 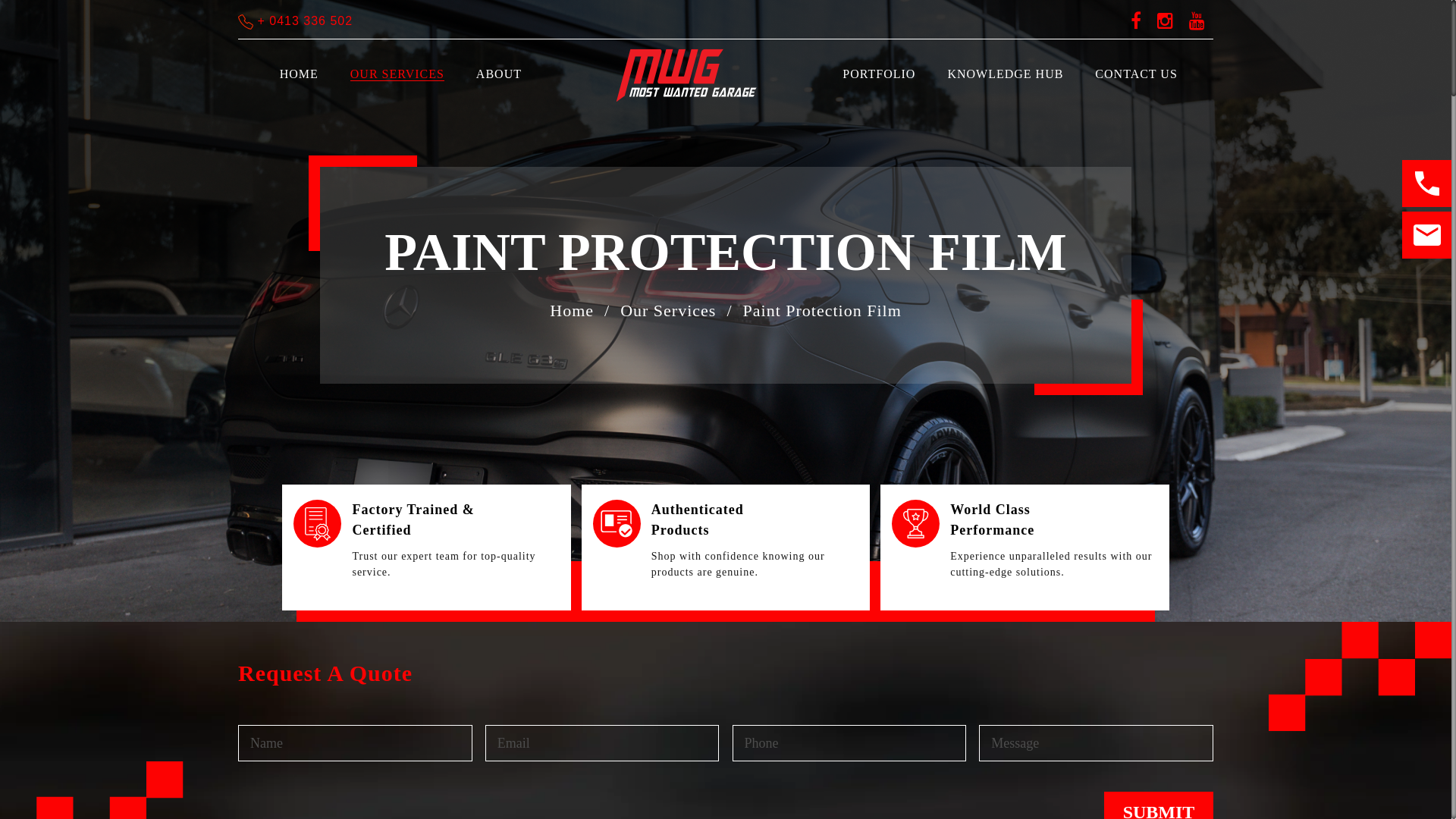 What do you see at coordinates (498, 74) in the screenshot?
I see `'ABOUT'` at bounding box center [498, 74].